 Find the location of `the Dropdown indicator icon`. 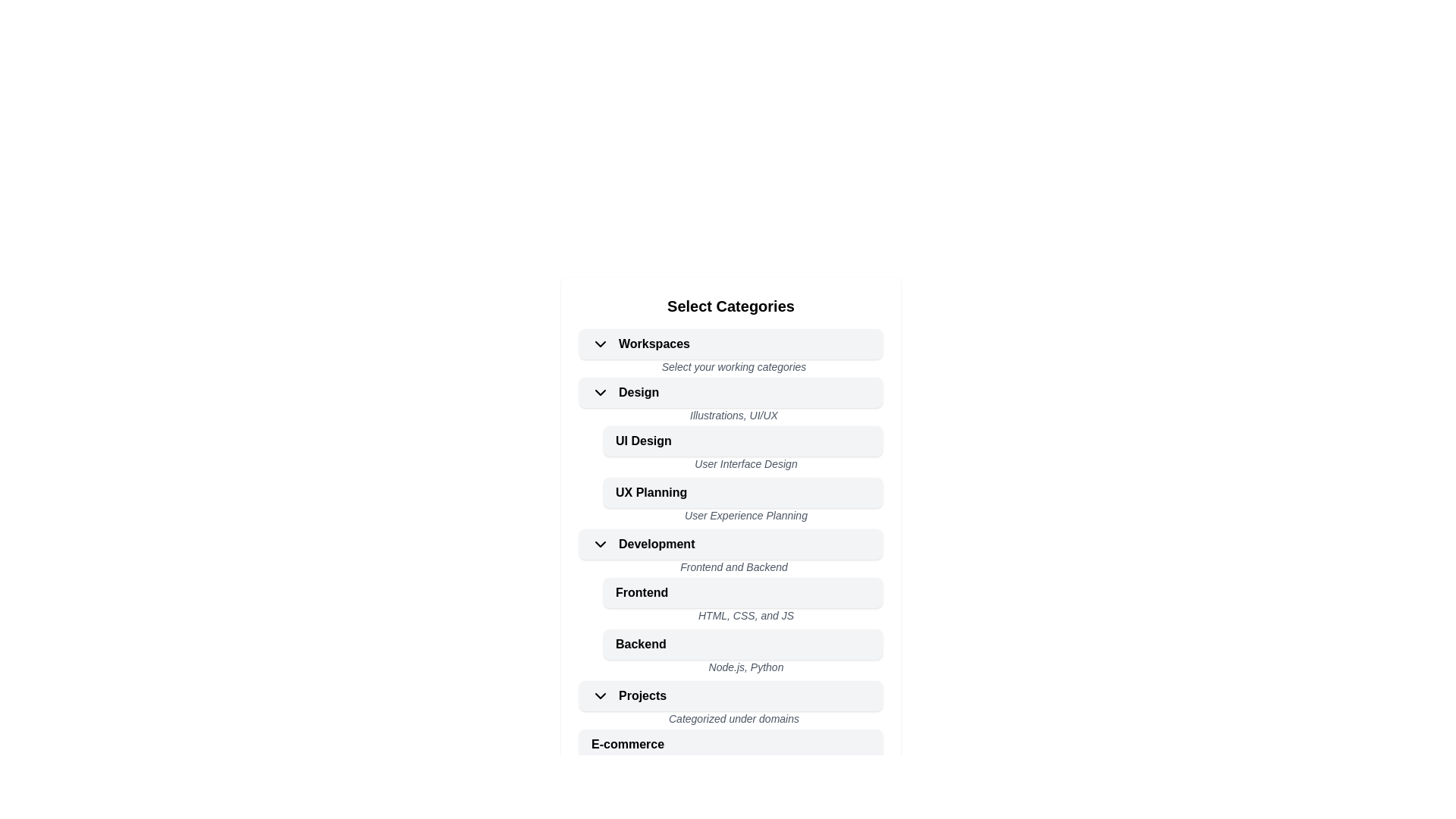

the Dropdown indicator icon is located at coordinates (600, 344).